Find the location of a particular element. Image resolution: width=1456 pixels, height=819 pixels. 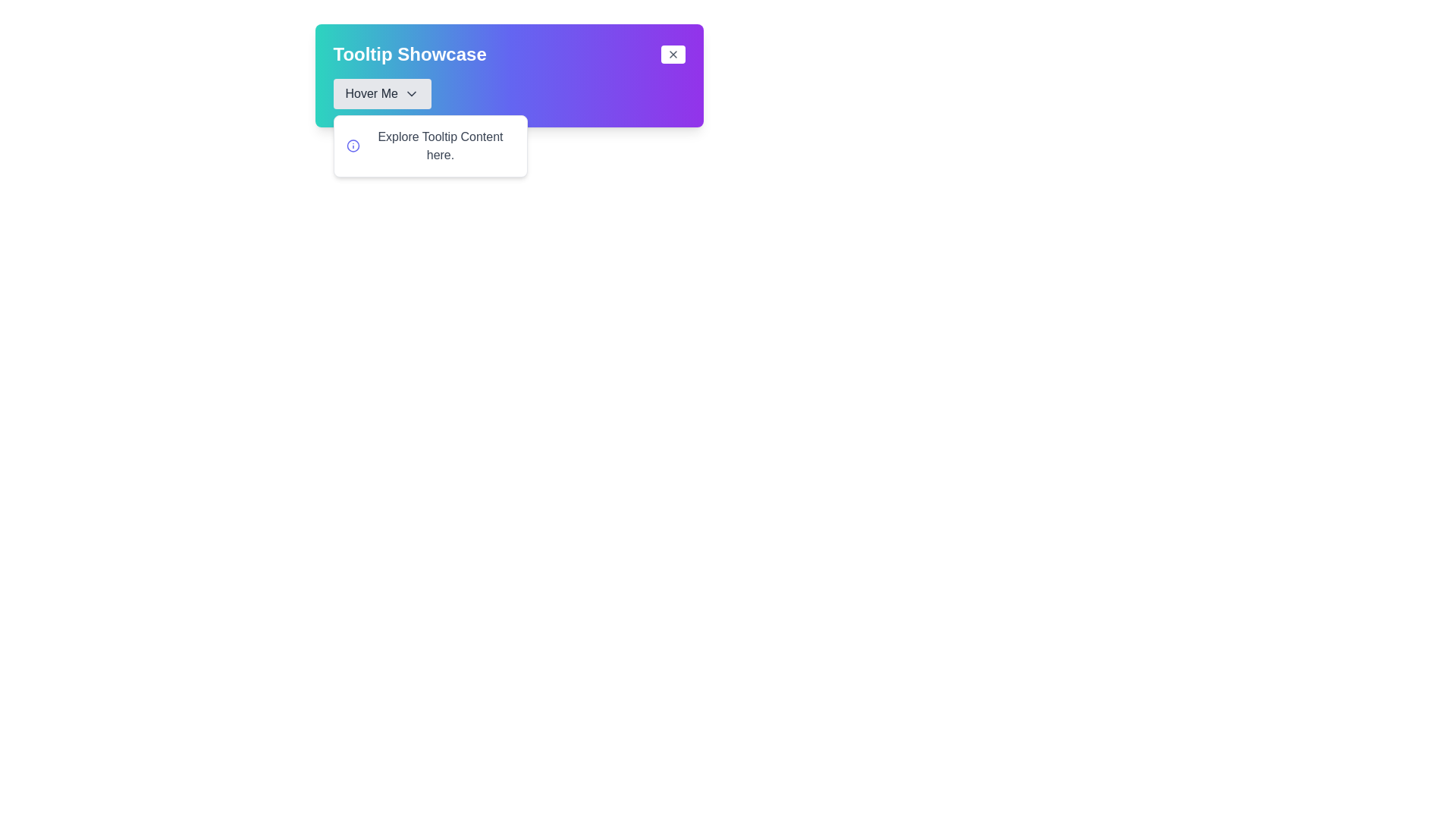

the tooltip displayed below the 'Hover Me' button, which provides additional contextual information for the user is located at coordinates (429, 146).